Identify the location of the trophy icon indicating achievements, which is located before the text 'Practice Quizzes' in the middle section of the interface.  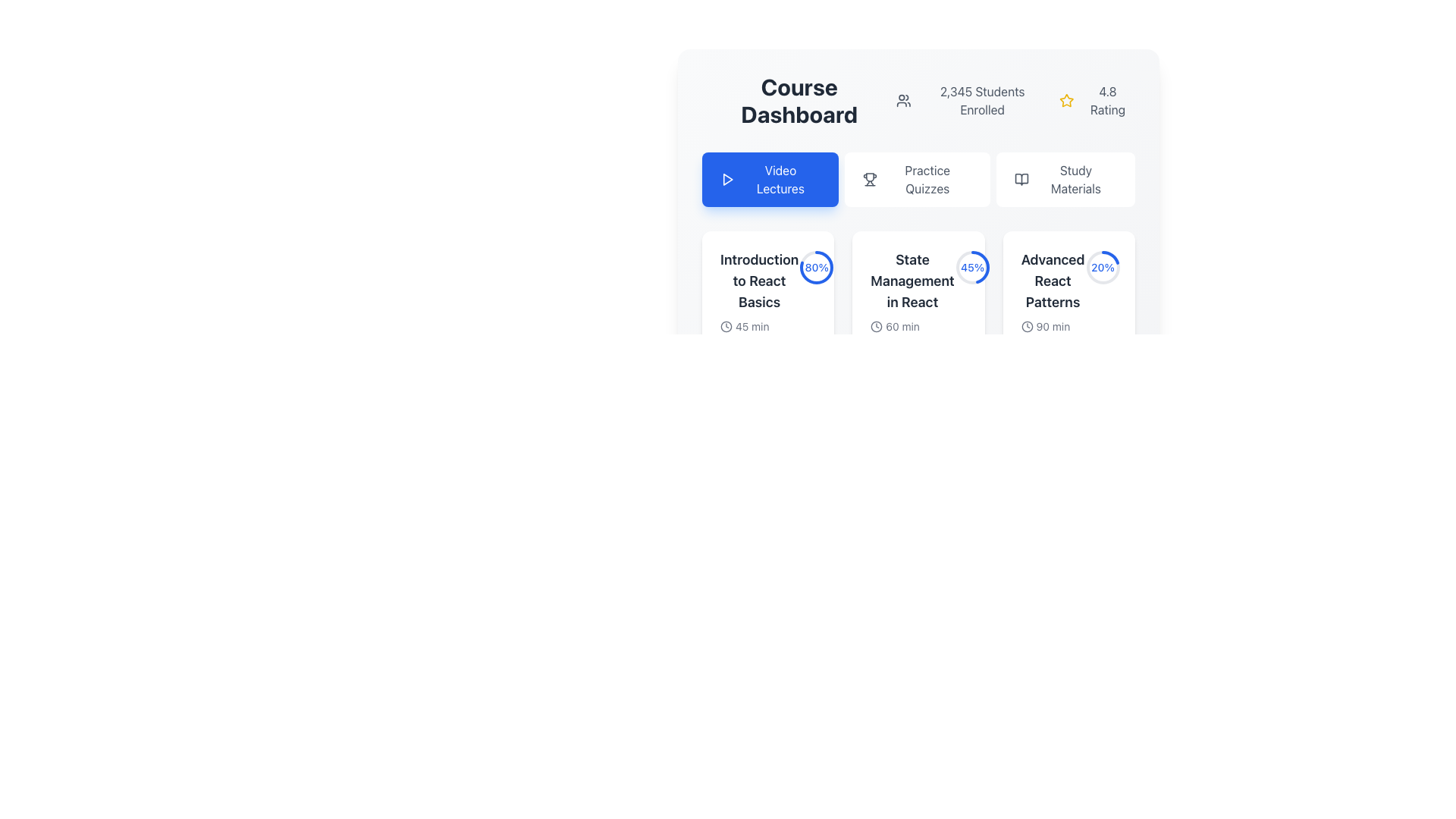
(870, 178).